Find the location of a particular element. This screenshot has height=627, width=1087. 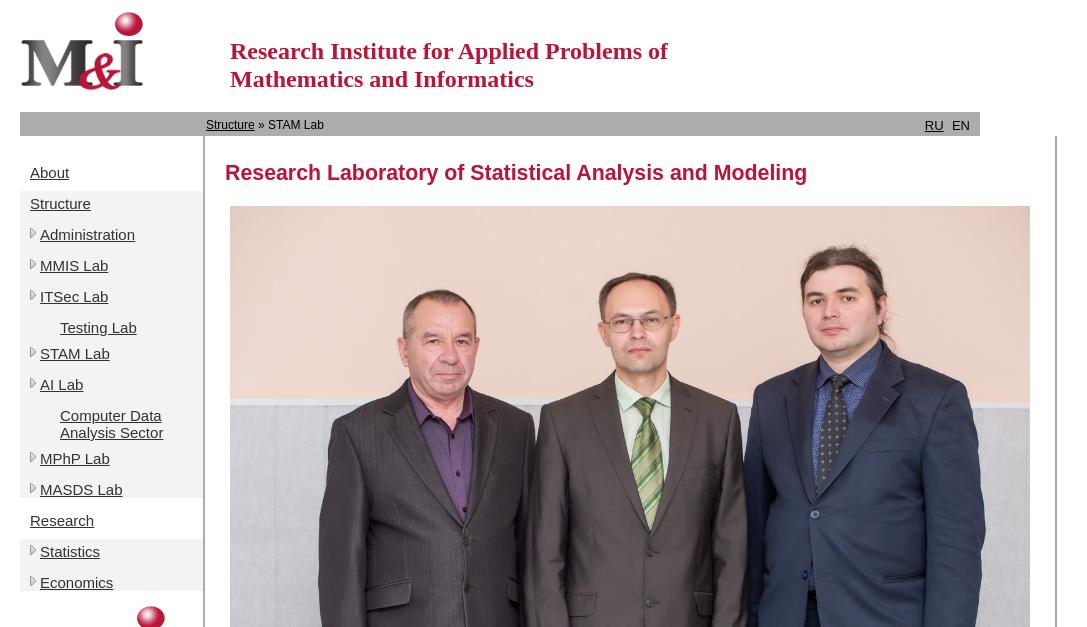

'AI Lab' is located at coordinates (61, 384).